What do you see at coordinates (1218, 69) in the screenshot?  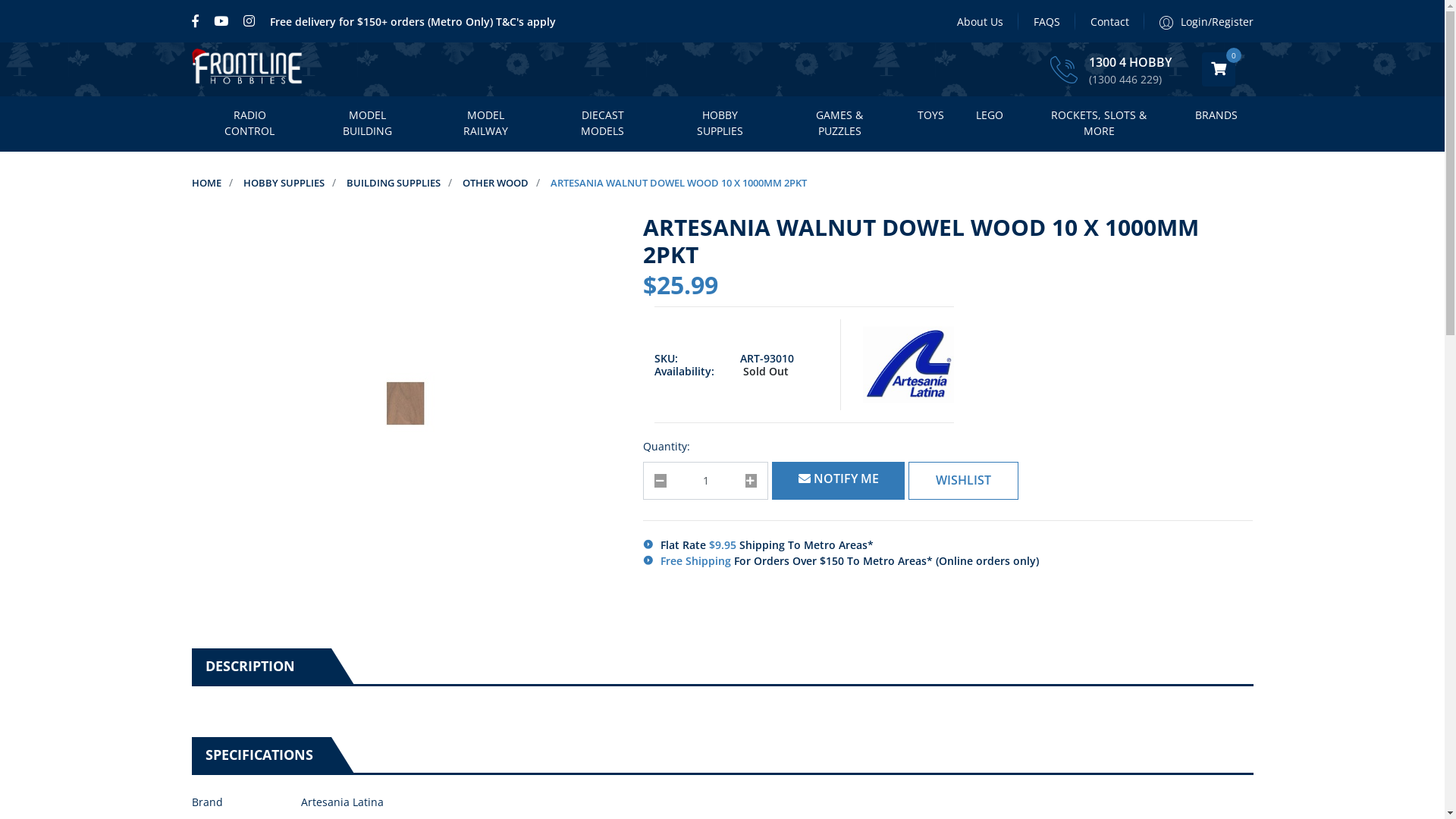 I see `'0'` at bounding box center [1218, 69].